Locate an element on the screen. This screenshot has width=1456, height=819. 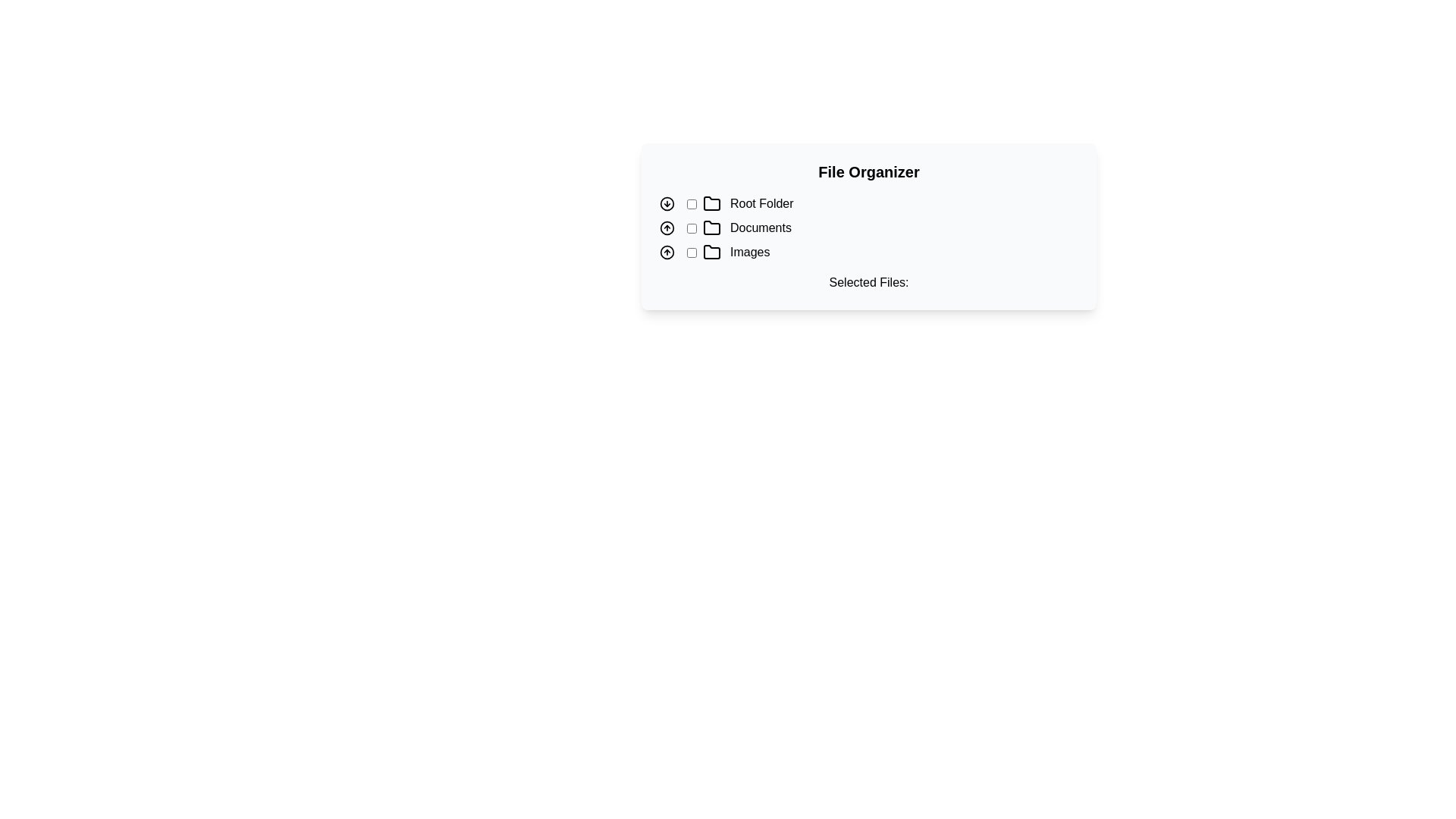
the checkbox for 'Documents' is located at coordinates (691, 227).